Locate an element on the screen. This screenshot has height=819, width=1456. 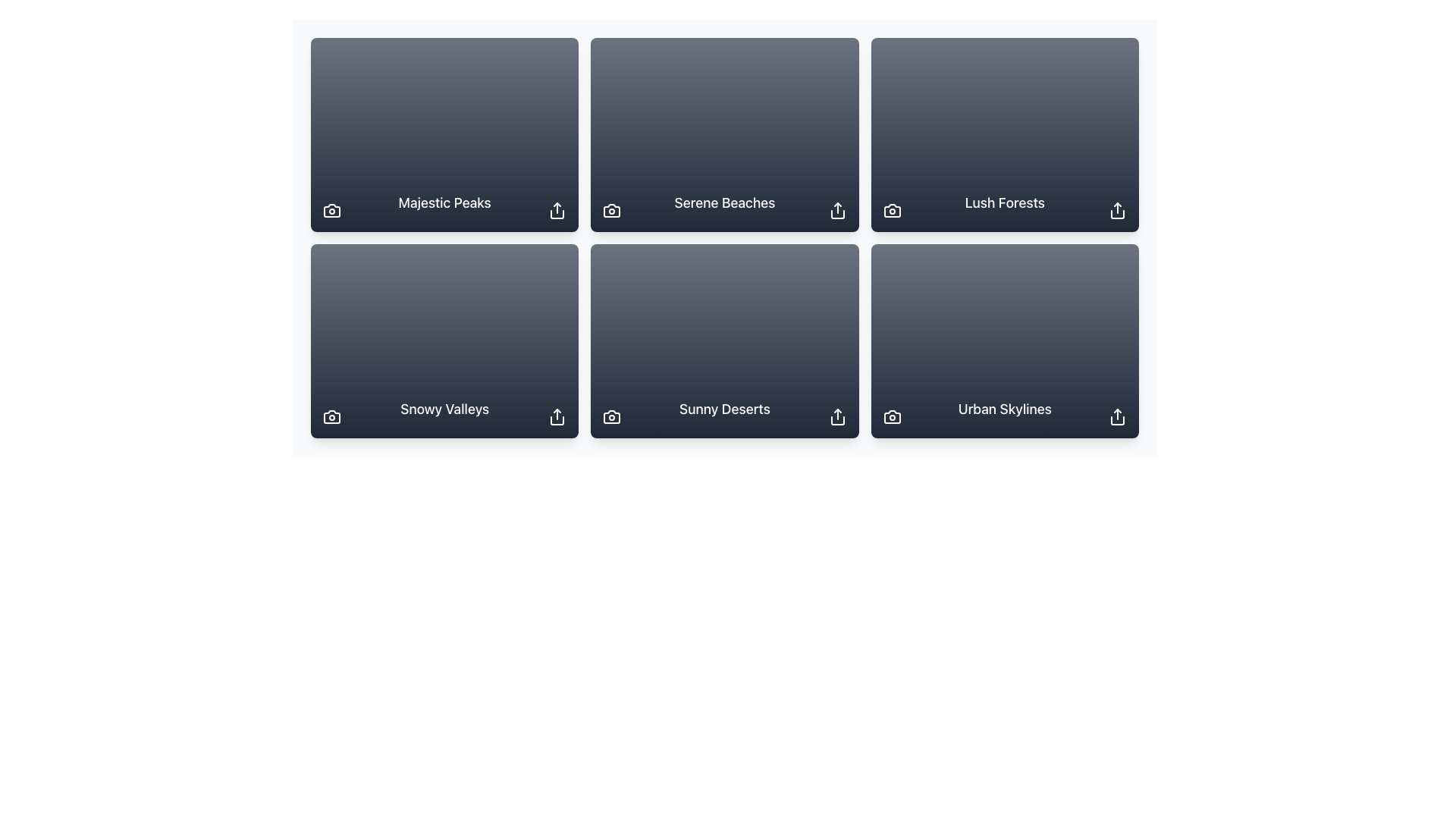
the action trigger icon located at the bottom-left corner of the 'Urban Skylines' card is located at coordinates (892, 417).